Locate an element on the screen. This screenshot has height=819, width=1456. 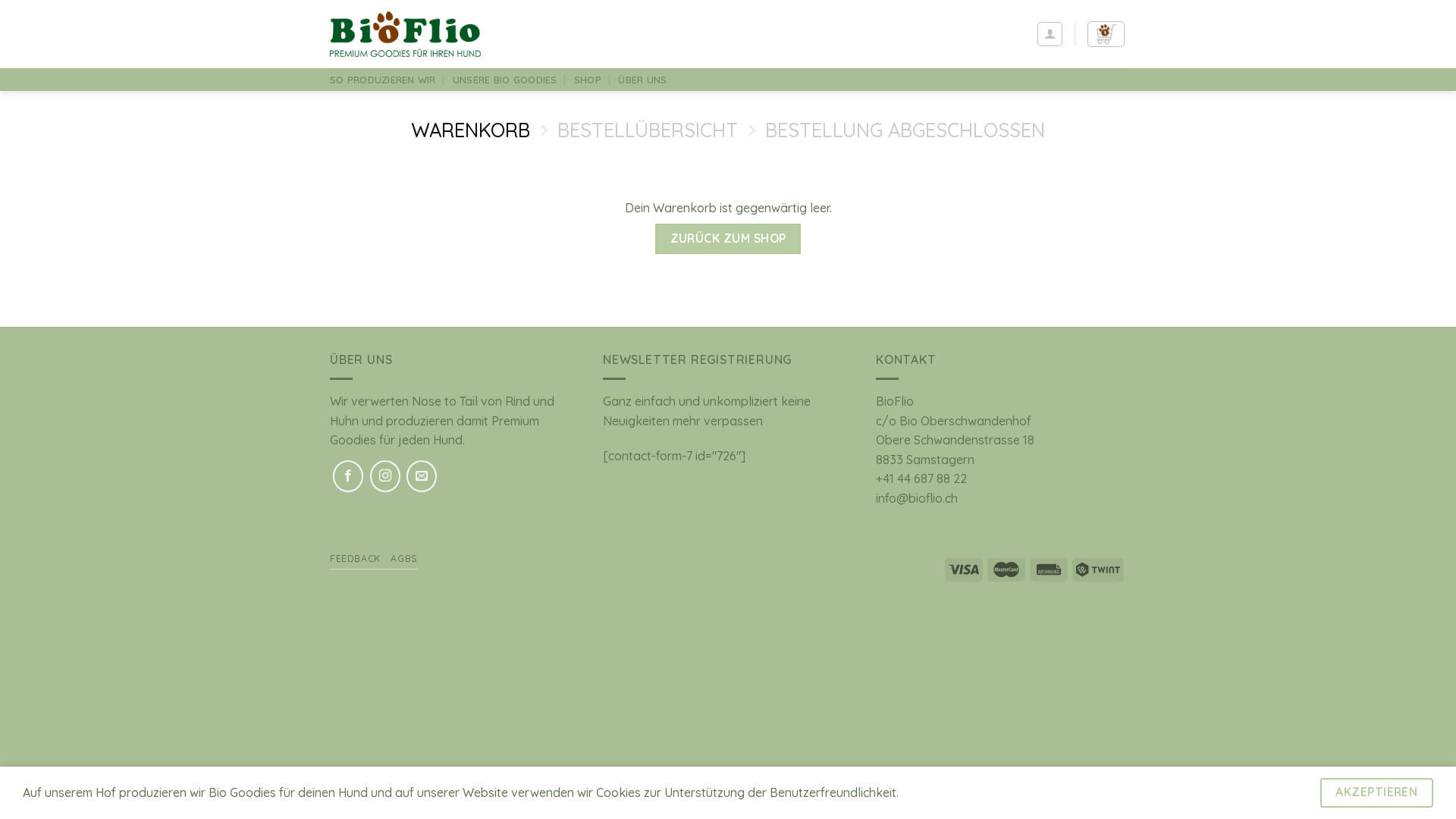
'Auf Instagram folgen' is located at coordinates (385, 475).